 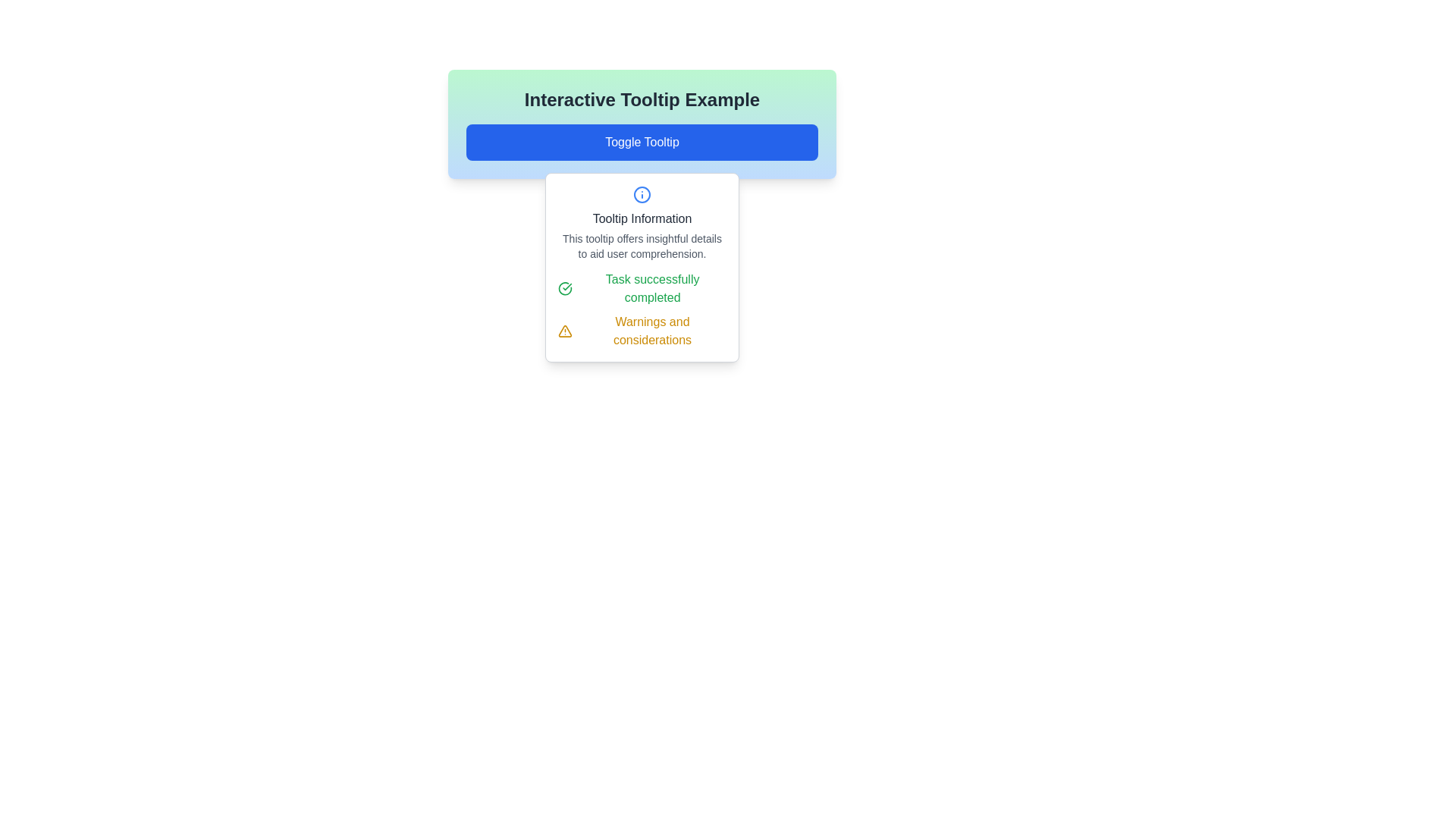 What do you see at coordinates (642, 245) in the screenshot?
I see `the descriptive text label located below the 'Tooltip Information' heading within the tooltip box` at bounding box center [642, 245].